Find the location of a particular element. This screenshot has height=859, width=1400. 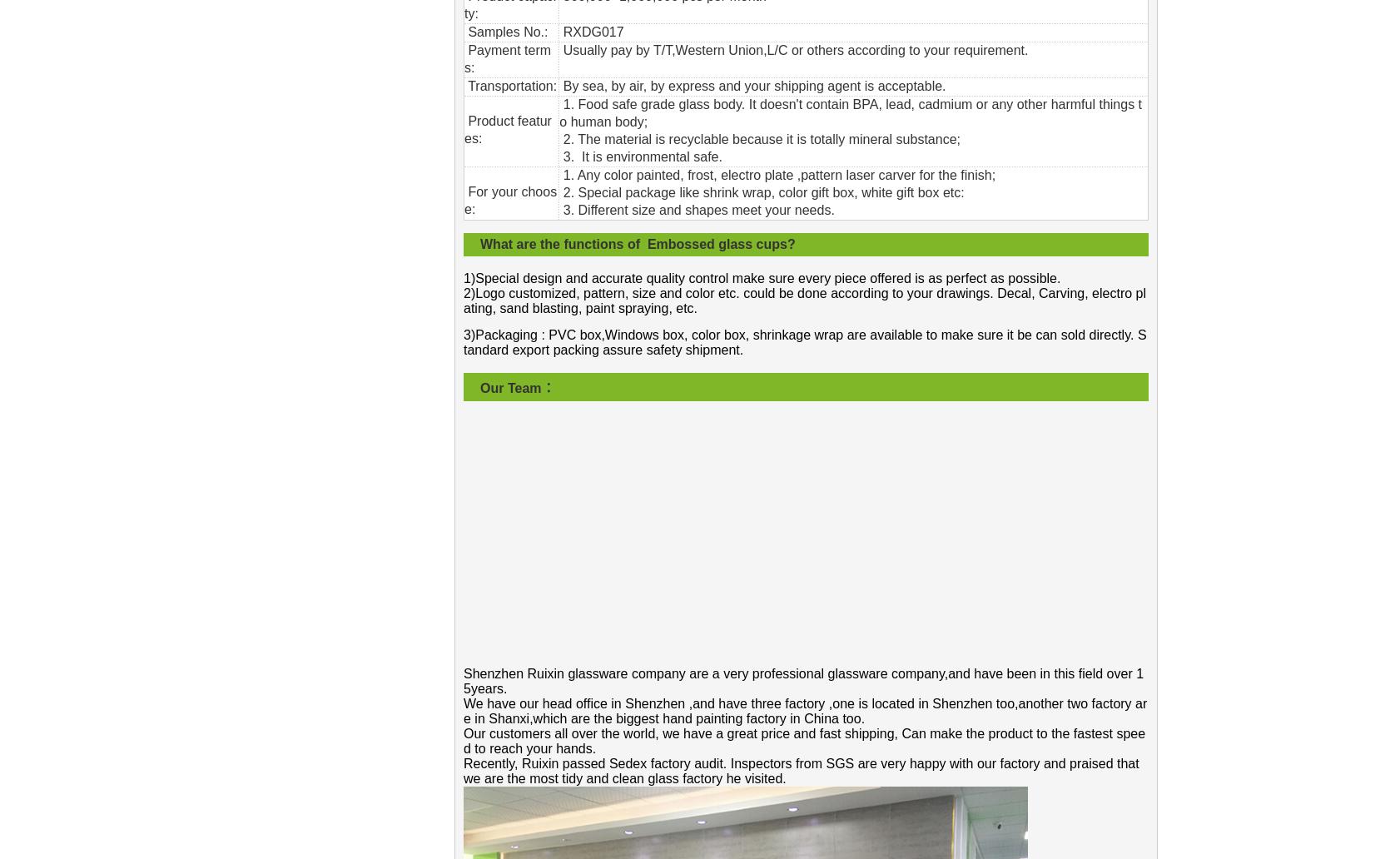

':' is located at coordinates (553, 86).